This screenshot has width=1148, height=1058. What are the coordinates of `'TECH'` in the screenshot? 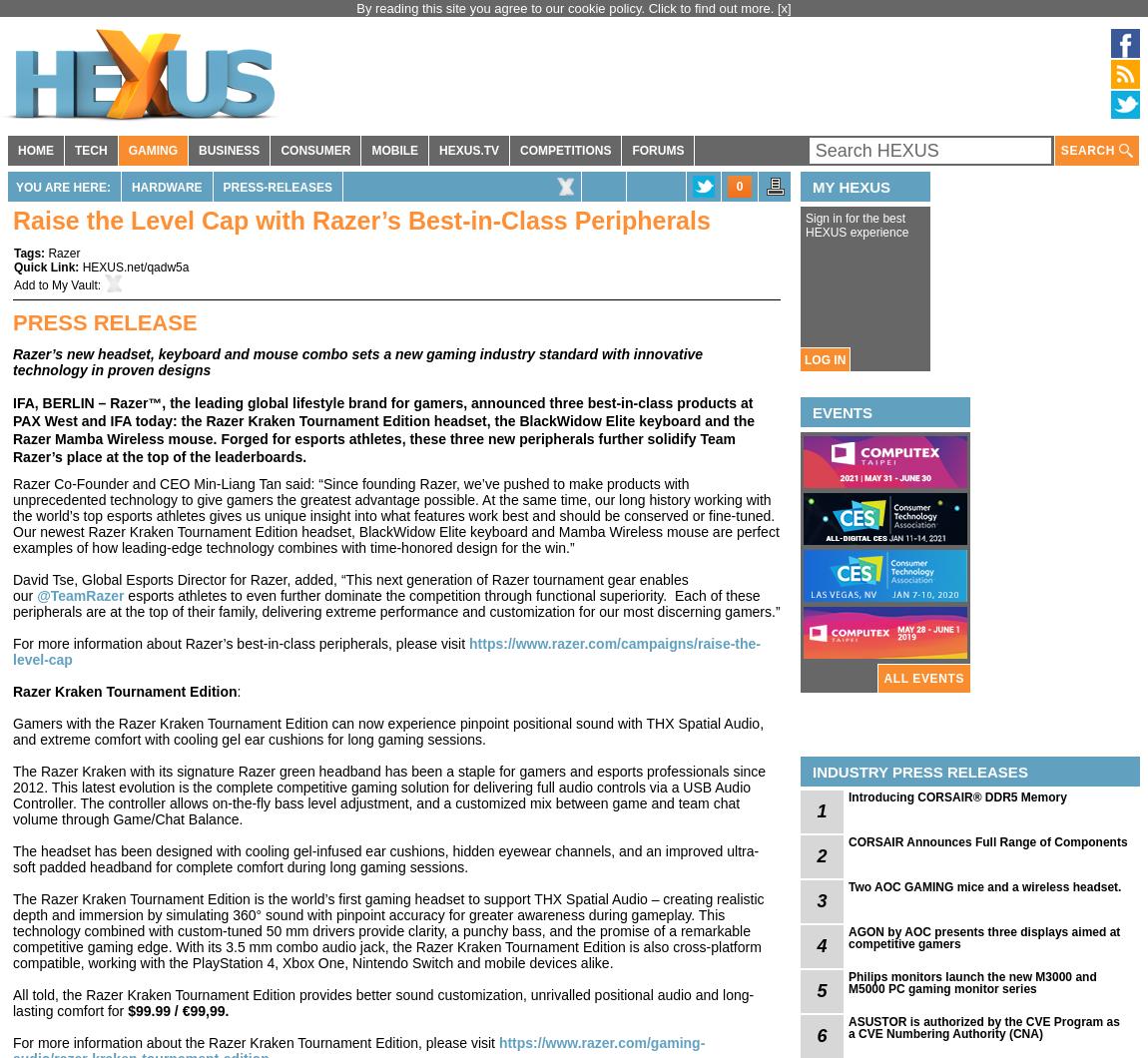 It's located at (89, 150).